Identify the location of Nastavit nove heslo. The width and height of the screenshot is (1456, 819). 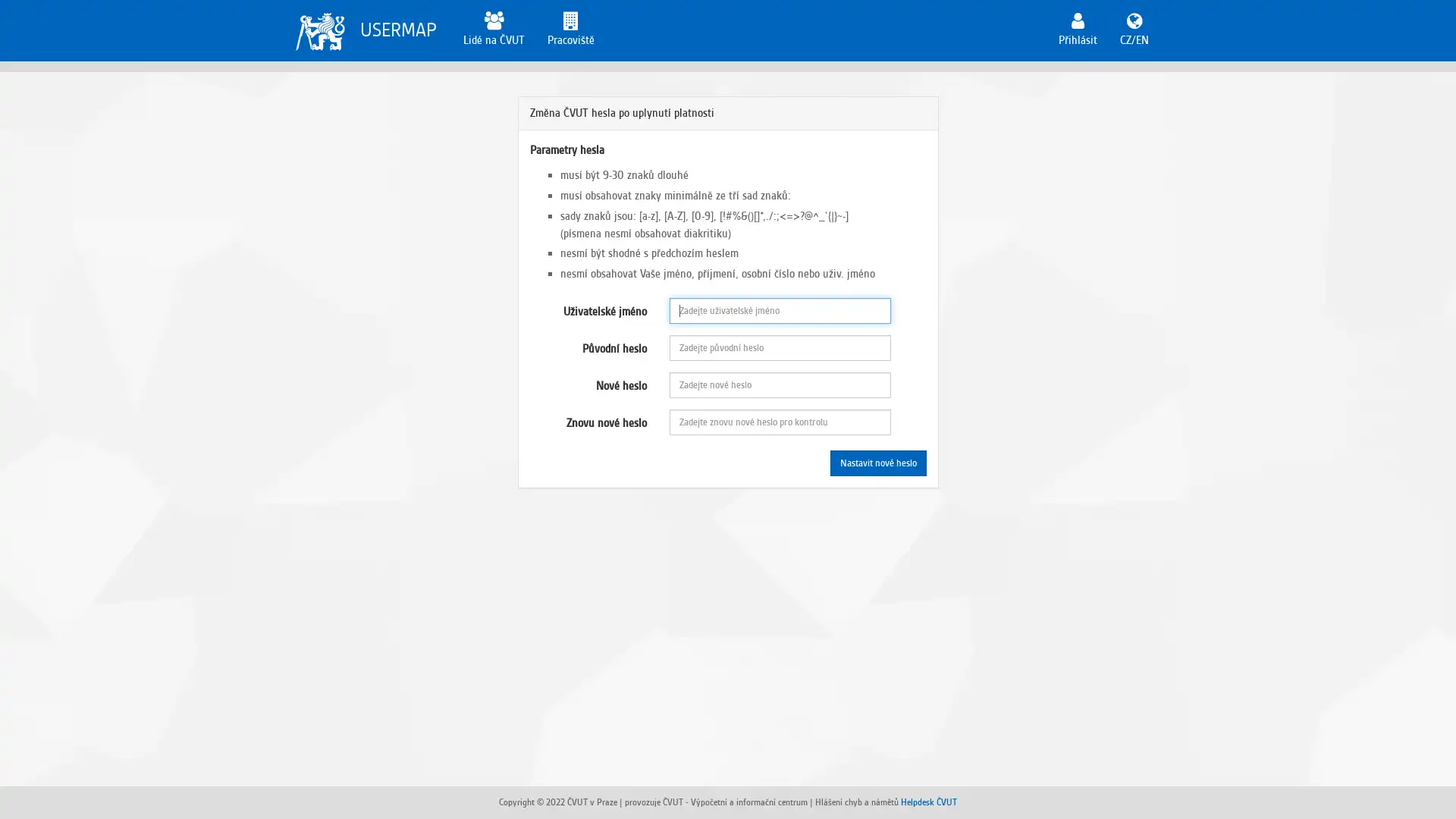
(877, 462).